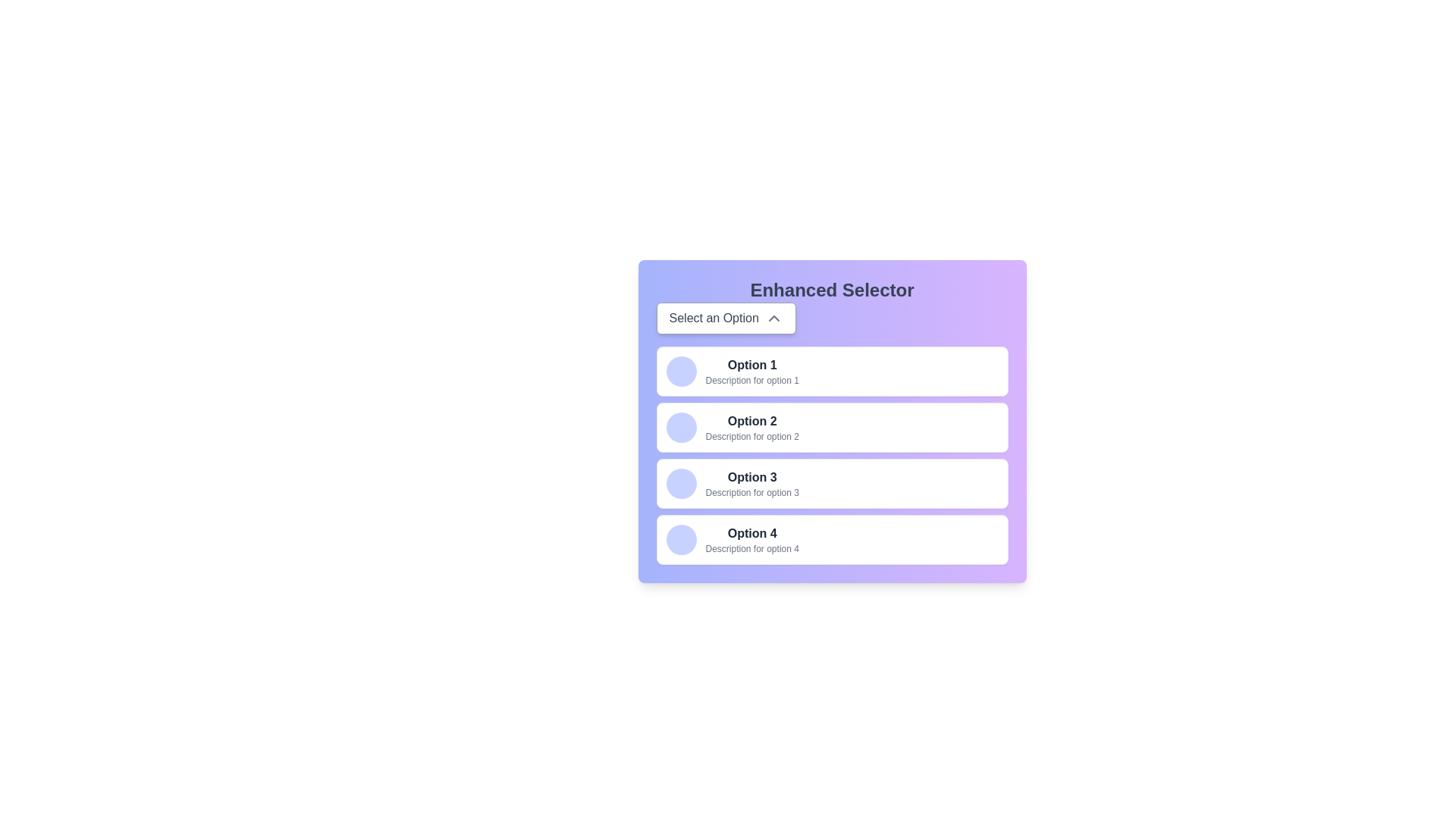 This screenshot has width=1456, height=819. What do you see at coordinates (752, 533) in the screenshot?
I see `the Text label that serves as a header or title for the fourth option in the list under the 'Enhanced Selector' section` at bounding box center [752, 533].